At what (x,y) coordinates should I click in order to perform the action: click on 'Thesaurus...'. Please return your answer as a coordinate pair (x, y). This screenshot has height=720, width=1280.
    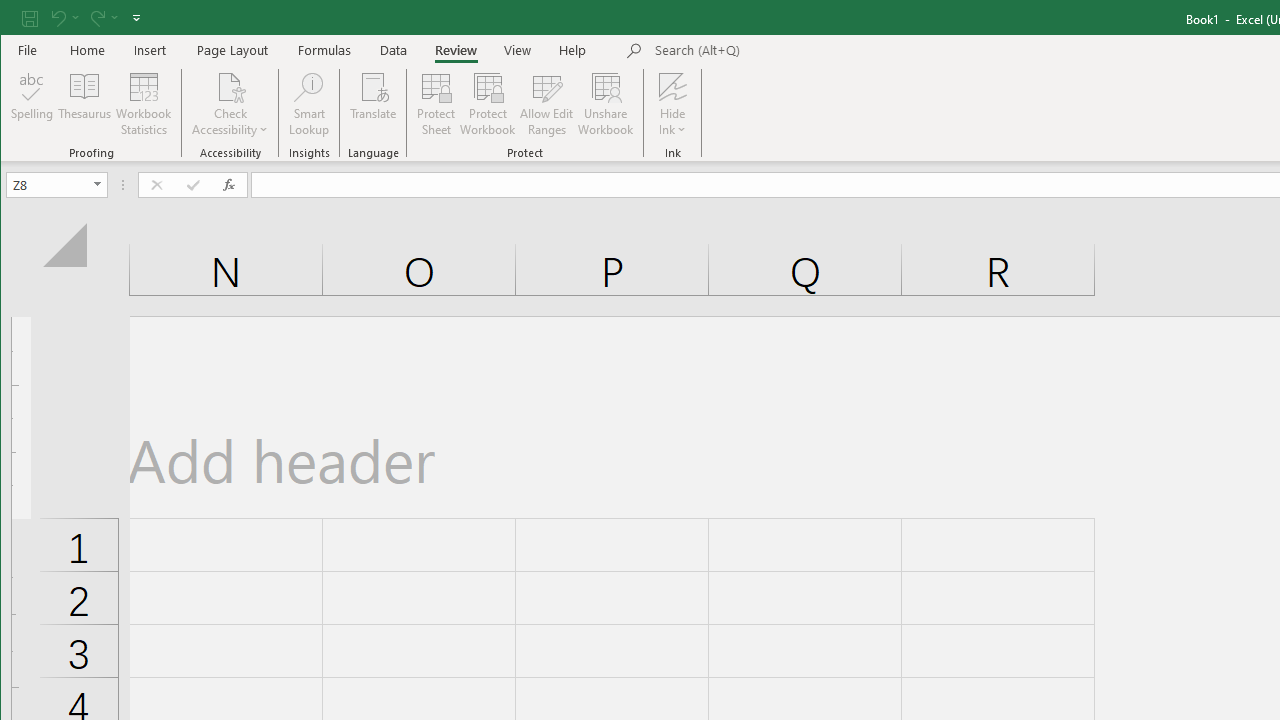
    Looking at the image, I should click on (84, 104).